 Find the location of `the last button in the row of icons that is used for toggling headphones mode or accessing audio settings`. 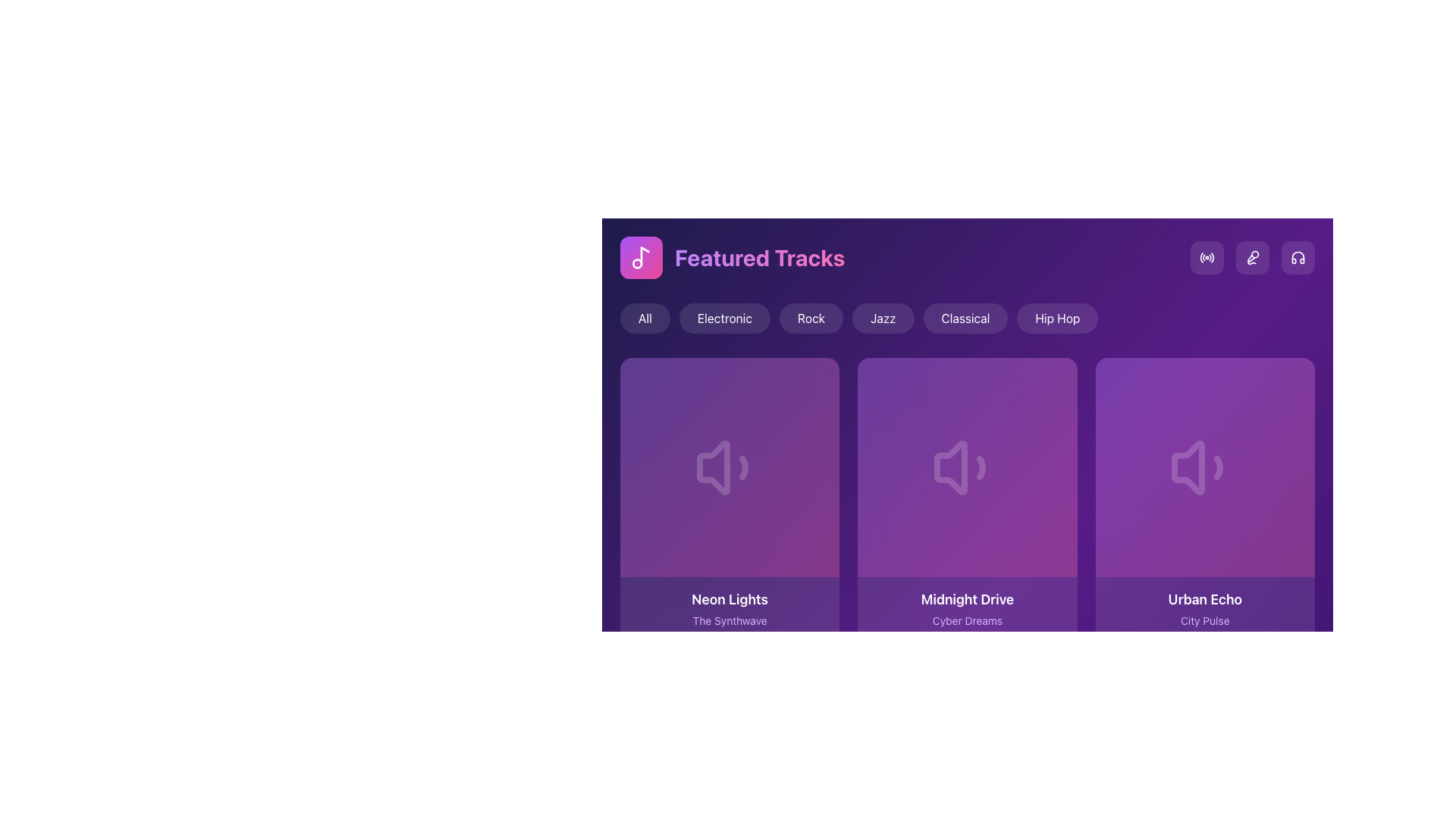

the last button in the row of icons that is used for toggling headphones mode or accessing audio settings is located at coordinates (1298, 256).